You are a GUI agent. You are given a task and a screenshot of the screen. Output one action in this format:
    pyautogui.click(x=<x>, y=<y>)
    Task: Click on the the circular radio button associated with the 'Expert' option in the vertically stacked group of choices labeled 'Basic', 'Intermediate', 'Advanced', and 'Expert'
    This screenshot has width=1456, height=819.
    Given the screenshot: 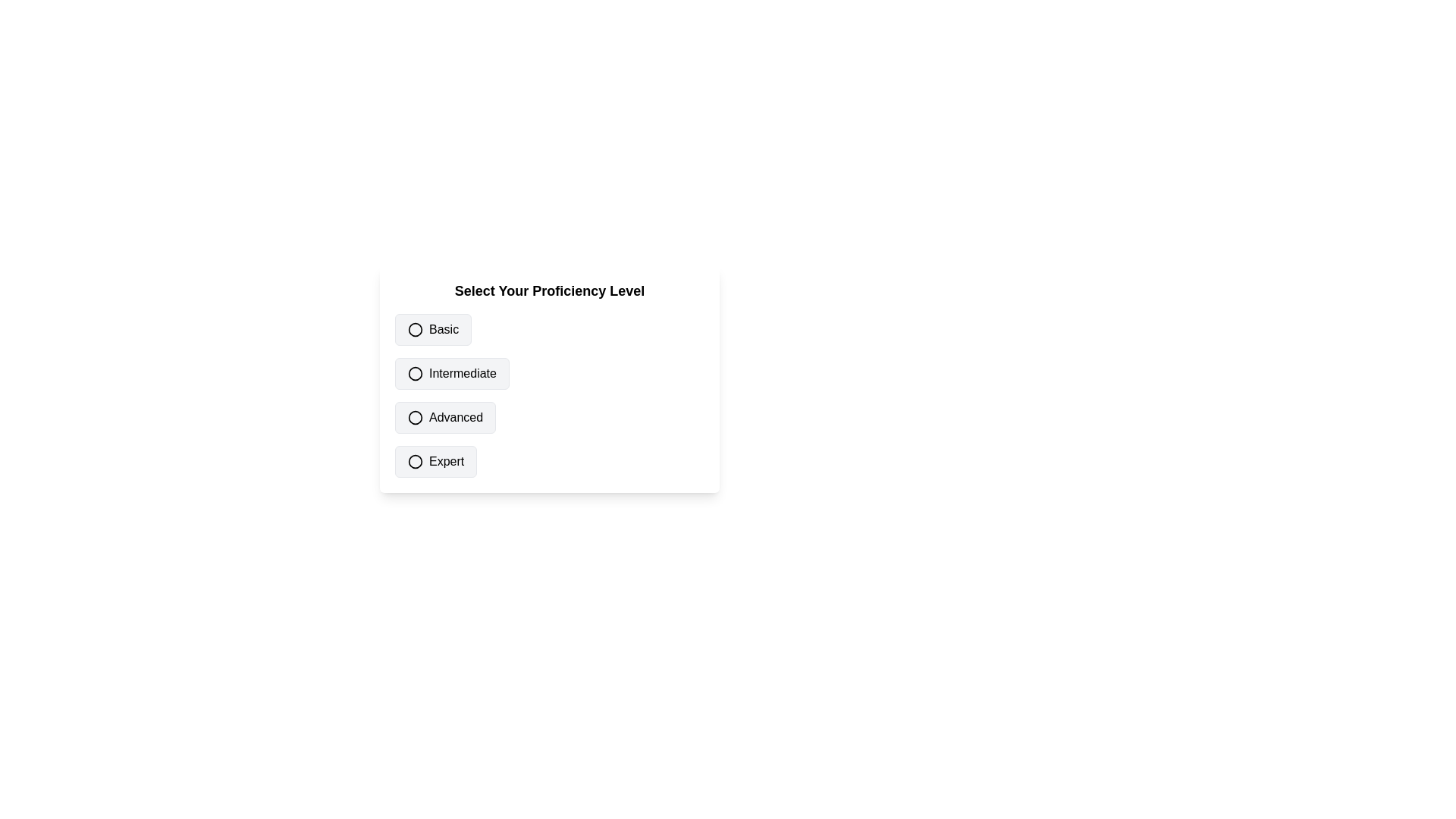 What is the action you would take?
    pyautogui.click(x=415, y=461)
    